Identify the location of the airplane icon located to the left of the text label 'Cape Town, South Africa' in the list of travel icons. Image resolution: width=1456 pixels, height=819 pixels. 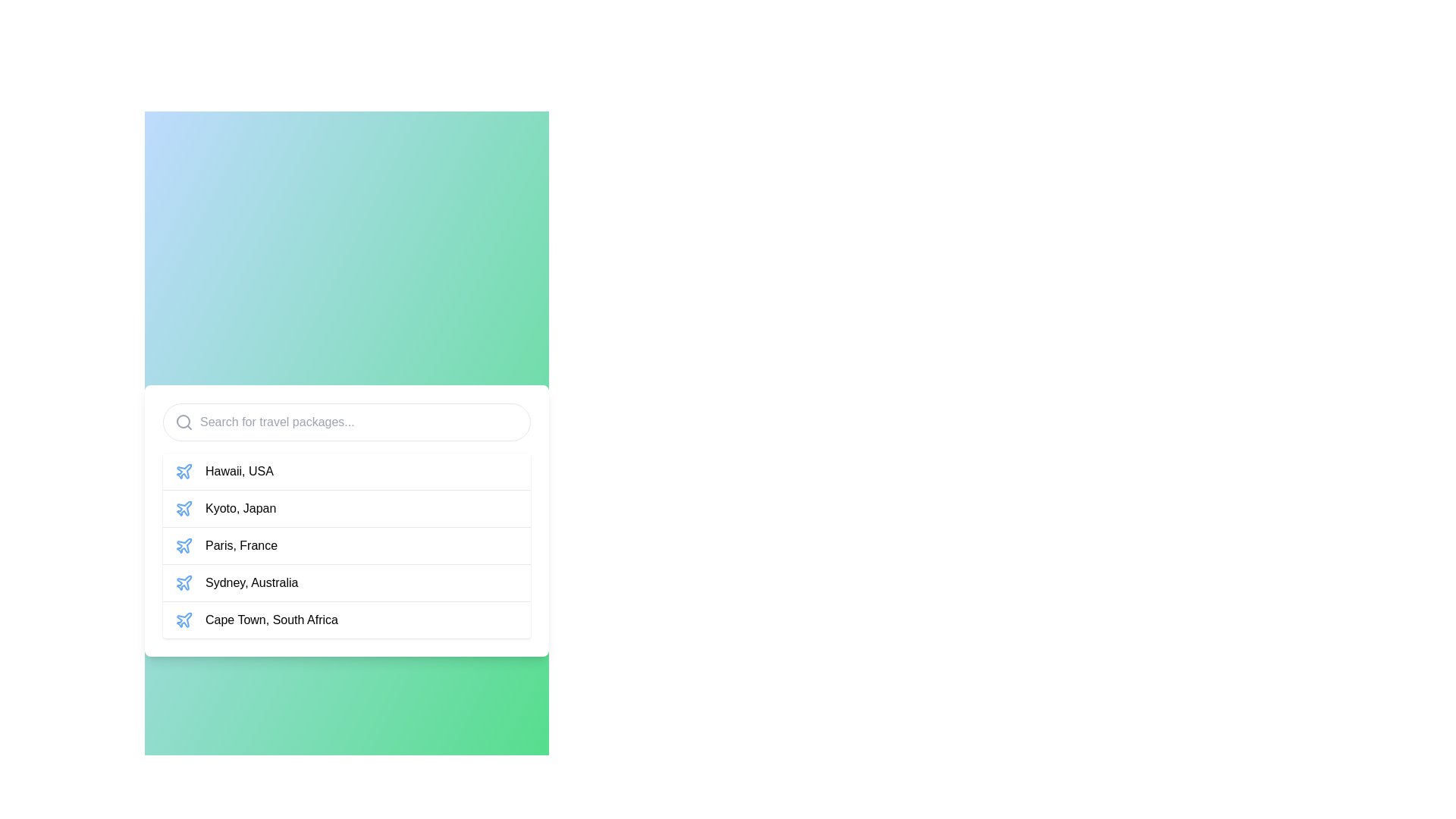
(184, 620).